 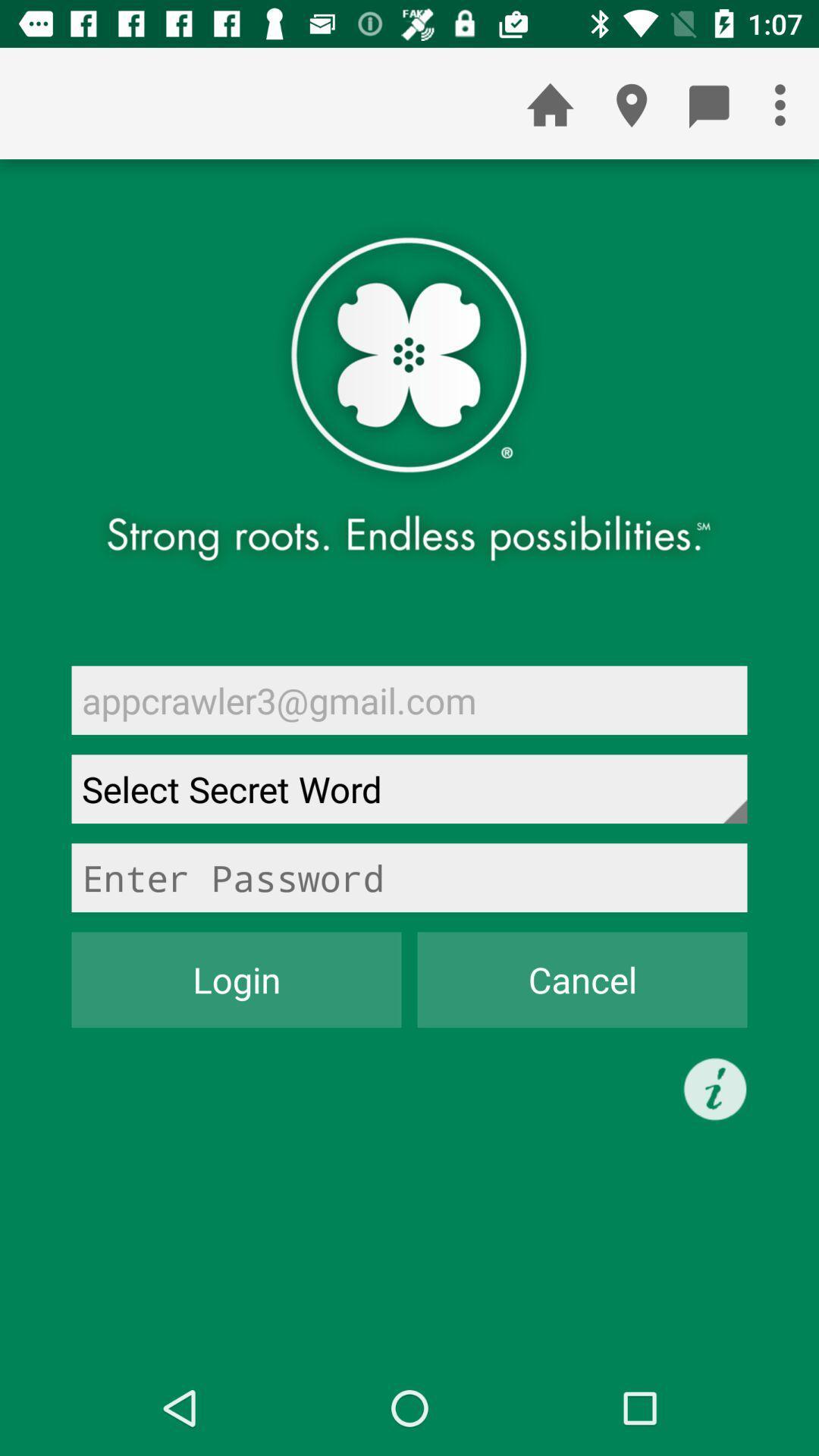 I want to click on the appcrawler3@gmail.com item, so click(x=409, y=699).